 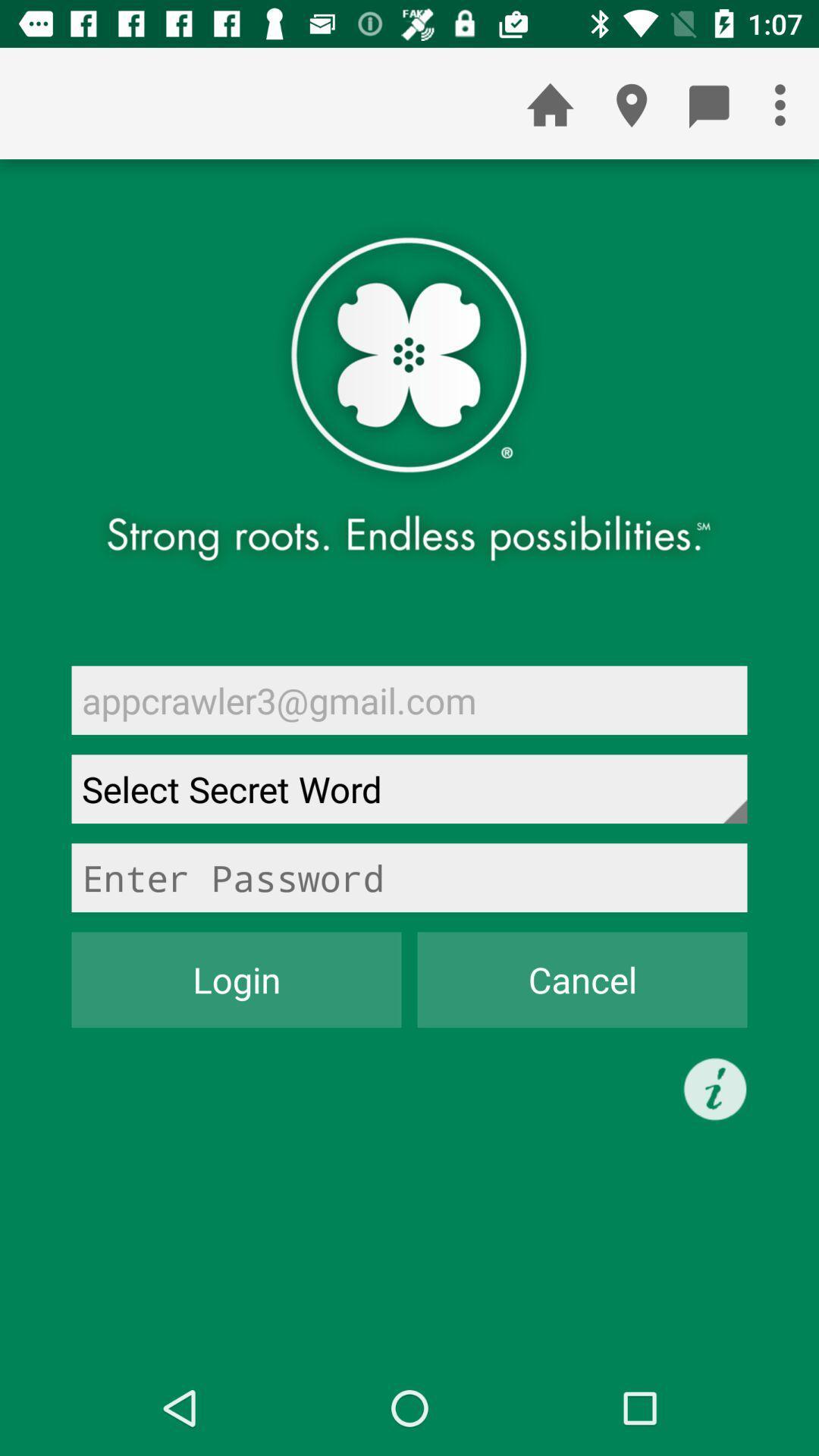 I want to click on the appcrawler3@gmail.com item, so click(x=409, y=699).